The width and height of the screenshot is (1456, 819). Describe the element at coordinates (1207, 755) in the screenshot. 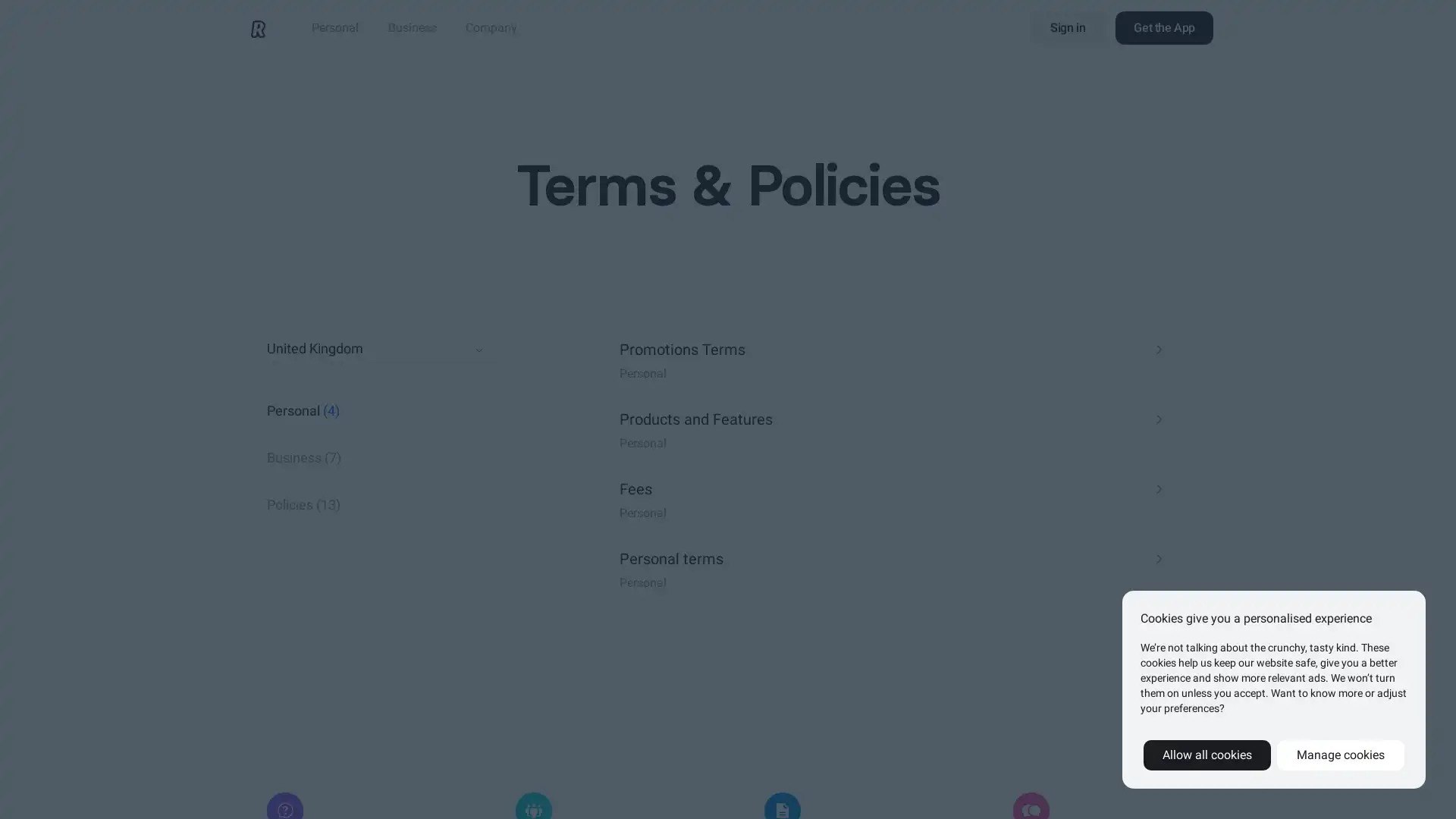

I see `Allow all cookies` at that location.